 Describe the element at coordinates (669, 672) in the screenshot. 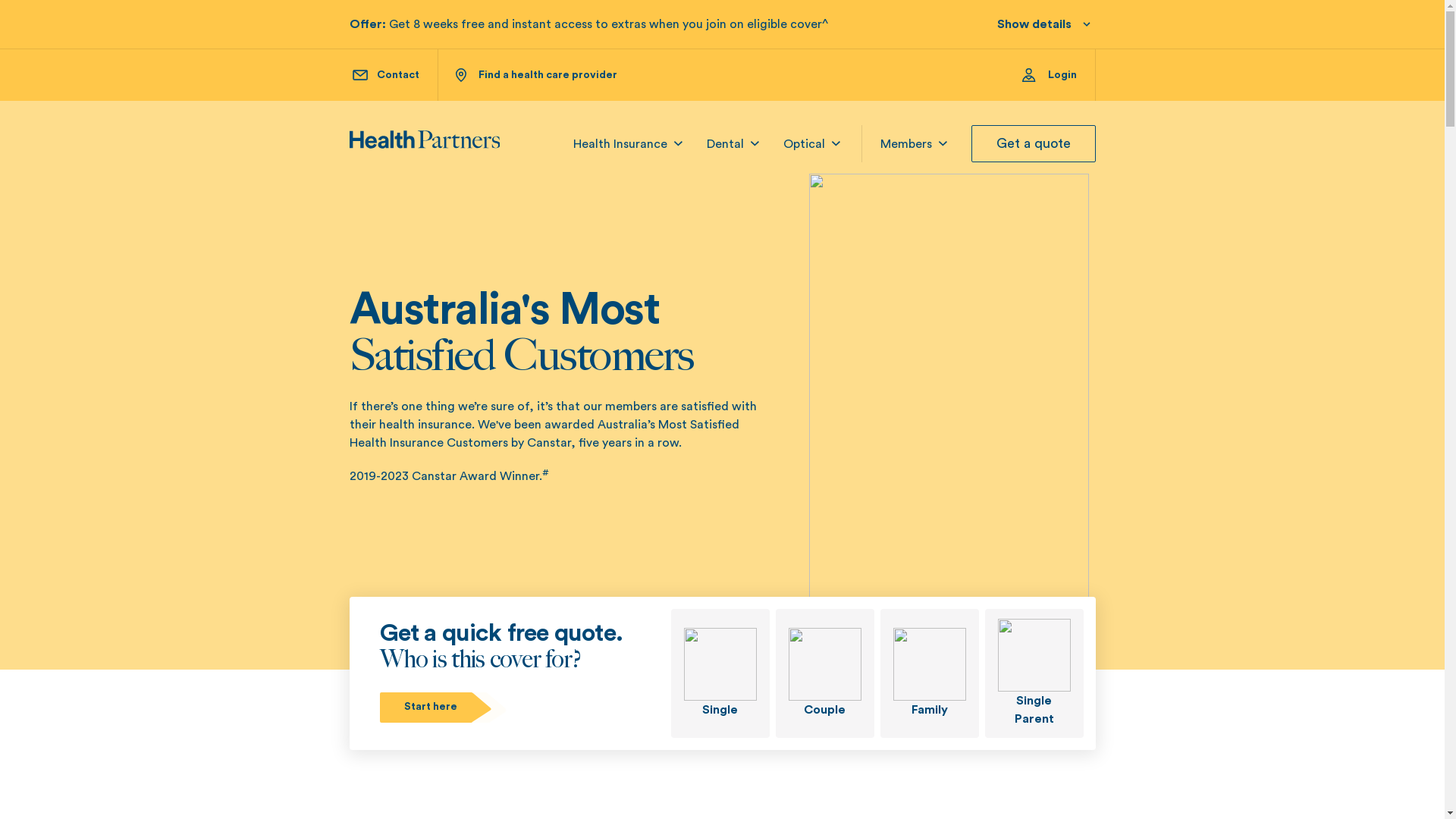

I see `'Single'` at that location.